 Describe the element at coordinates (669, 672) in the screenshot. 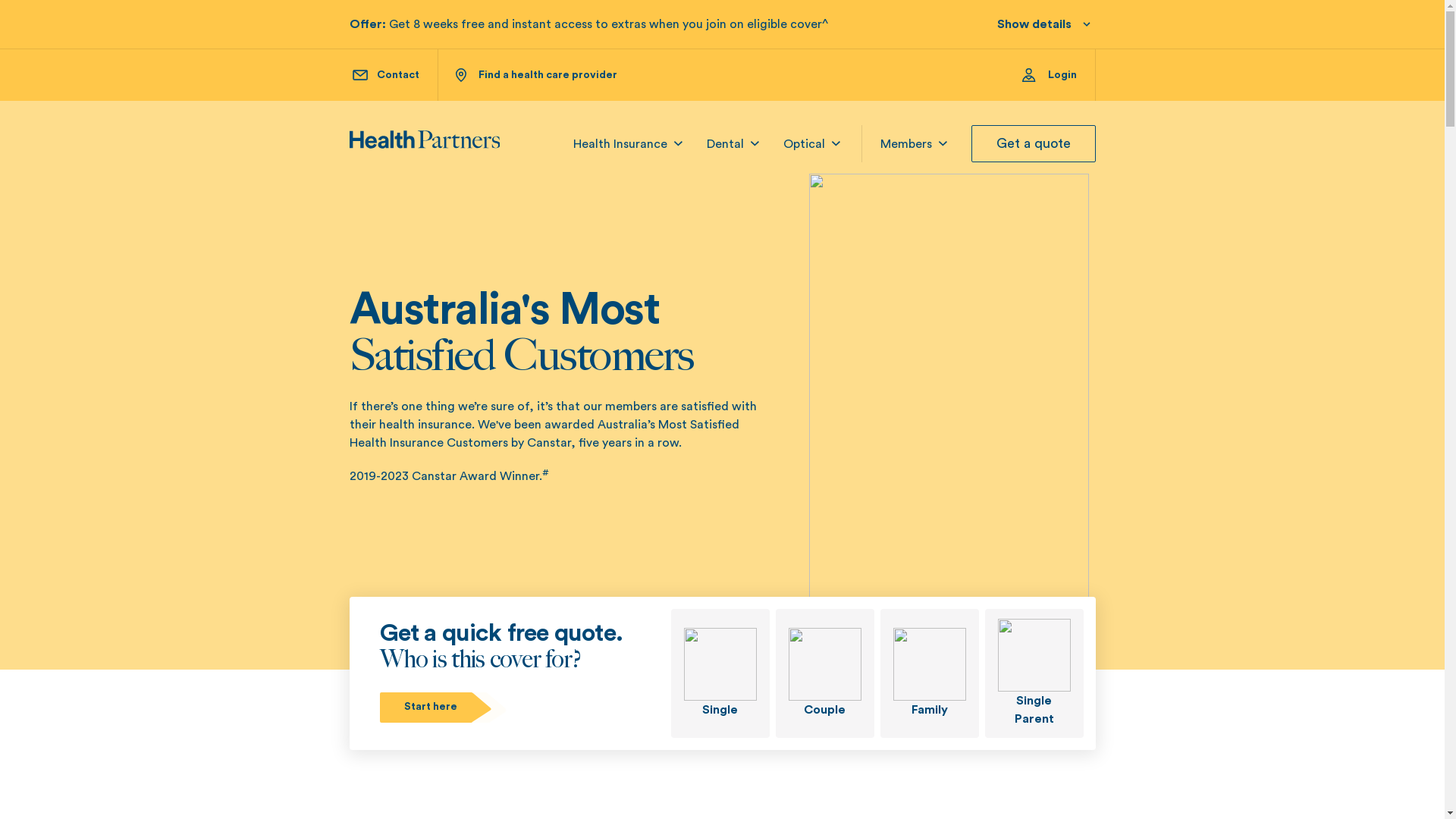

I see `'Single'` at that location.